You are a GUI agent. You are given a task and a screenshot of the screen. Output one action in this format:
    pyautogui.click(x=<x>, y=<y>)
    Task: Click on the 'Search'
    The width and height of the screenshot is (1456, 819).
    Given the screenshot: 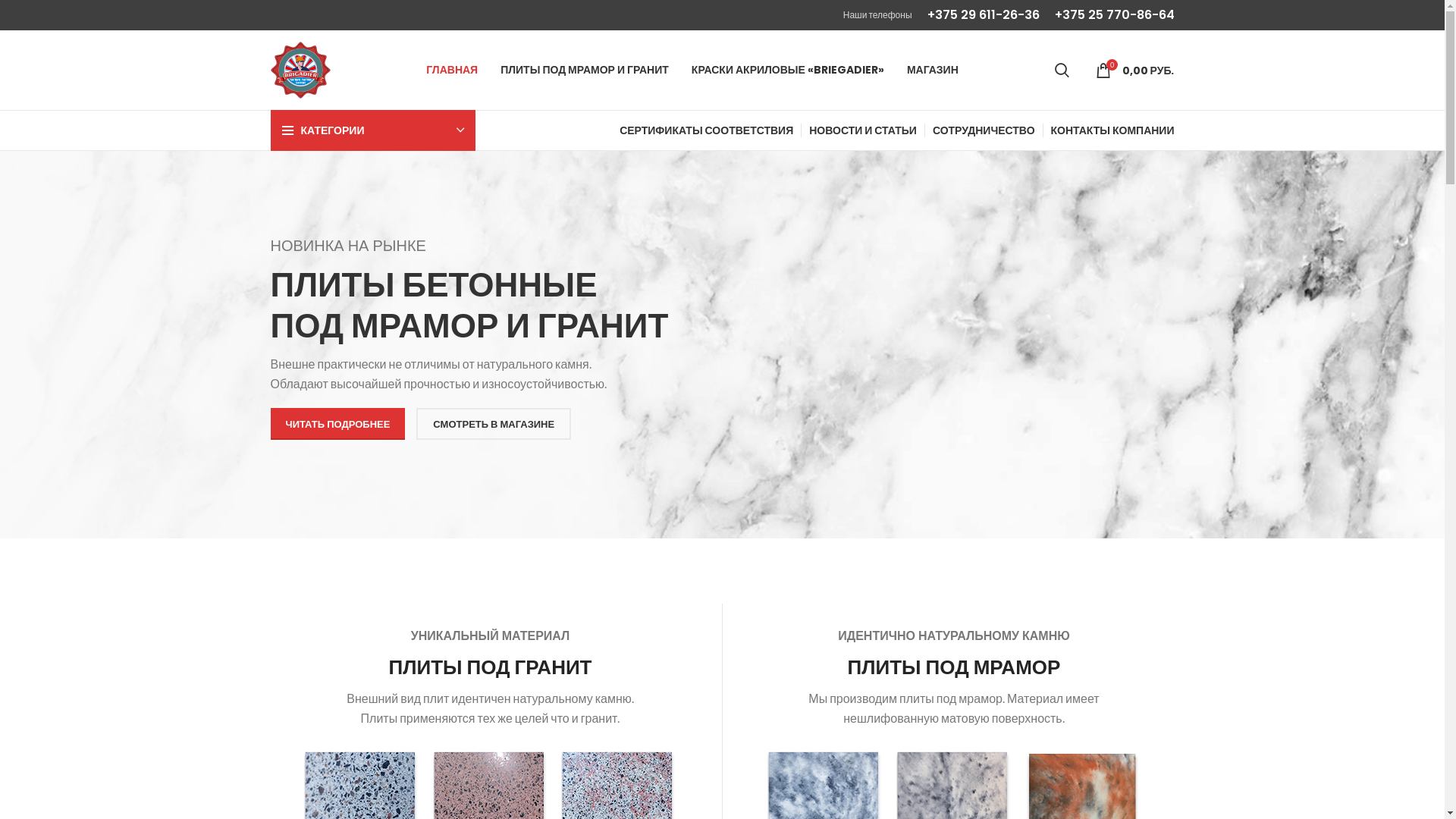 What is the action you would take?
    pyautogui.click(x=1061, y=70)
    